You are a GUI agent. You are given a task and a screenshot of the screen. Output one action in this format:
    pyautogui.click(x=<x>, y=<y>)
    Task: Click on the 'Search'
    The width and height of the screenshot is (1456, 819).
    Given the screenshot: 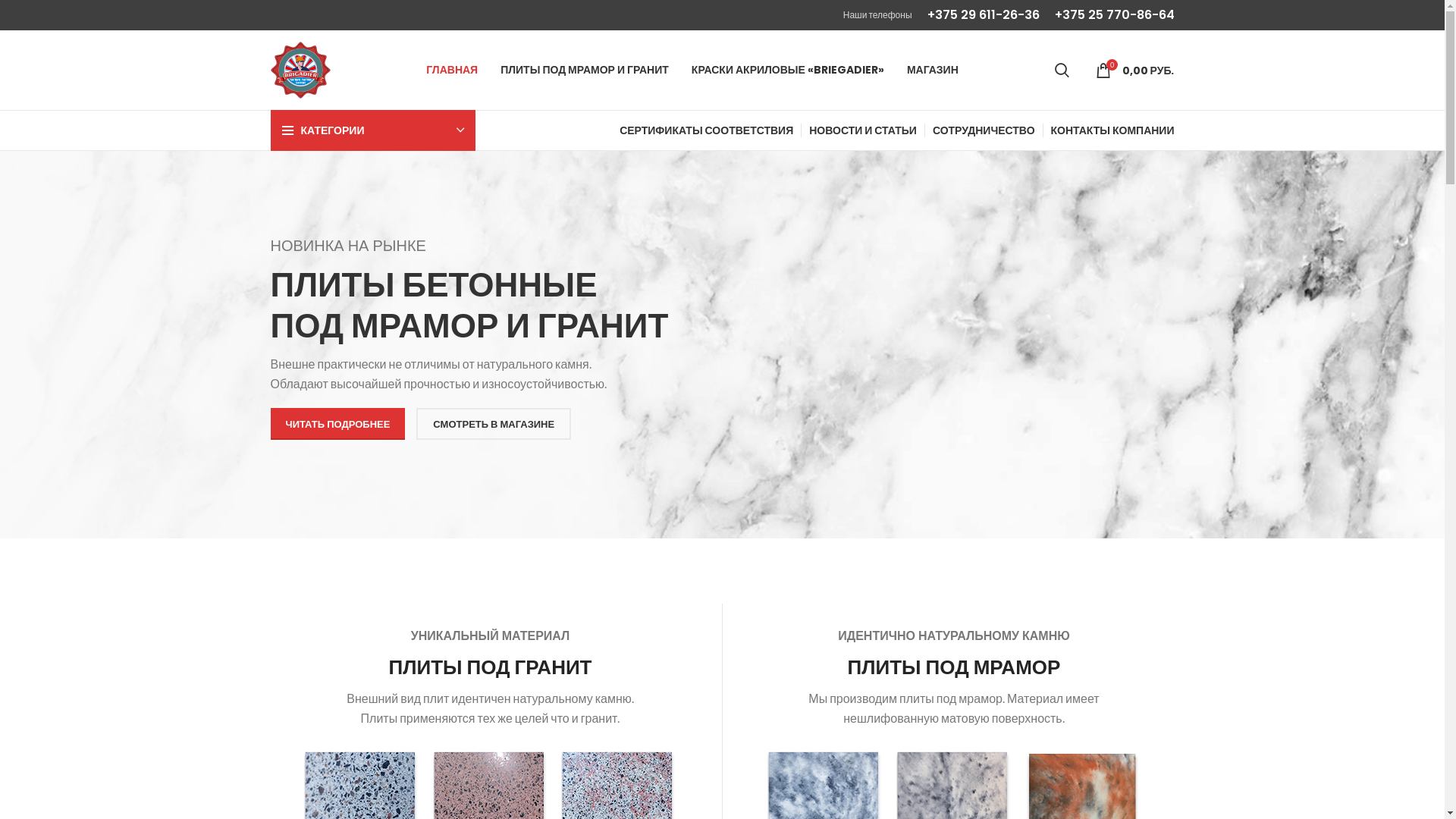 What is the action you would take?
    pyautogui.click(x=1061, y=70)
    